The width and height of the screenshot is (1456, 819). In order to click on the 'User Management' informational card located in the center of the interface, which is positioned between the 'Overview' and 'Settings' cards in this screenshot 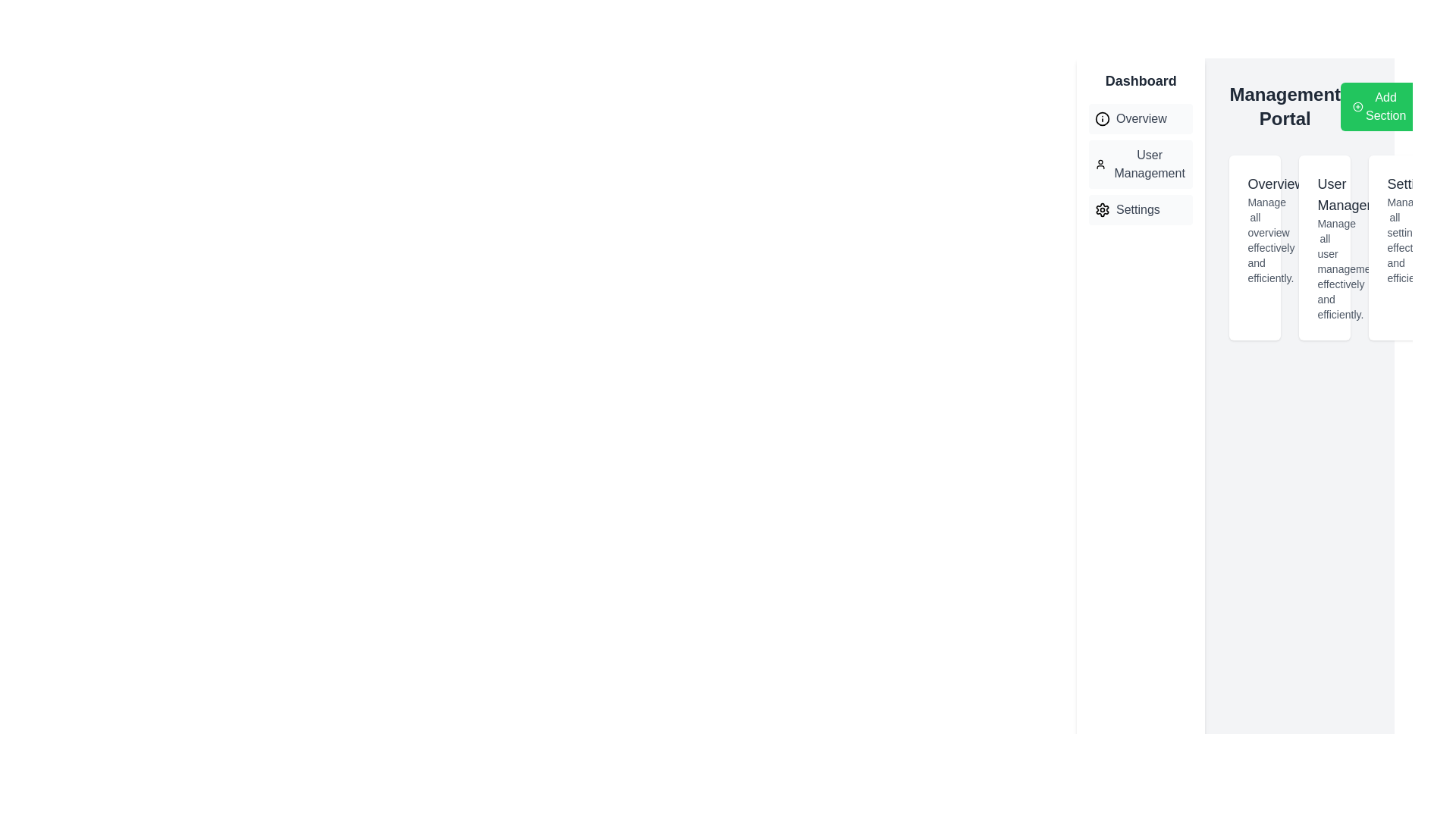, I will do `click(1324, 247)`.